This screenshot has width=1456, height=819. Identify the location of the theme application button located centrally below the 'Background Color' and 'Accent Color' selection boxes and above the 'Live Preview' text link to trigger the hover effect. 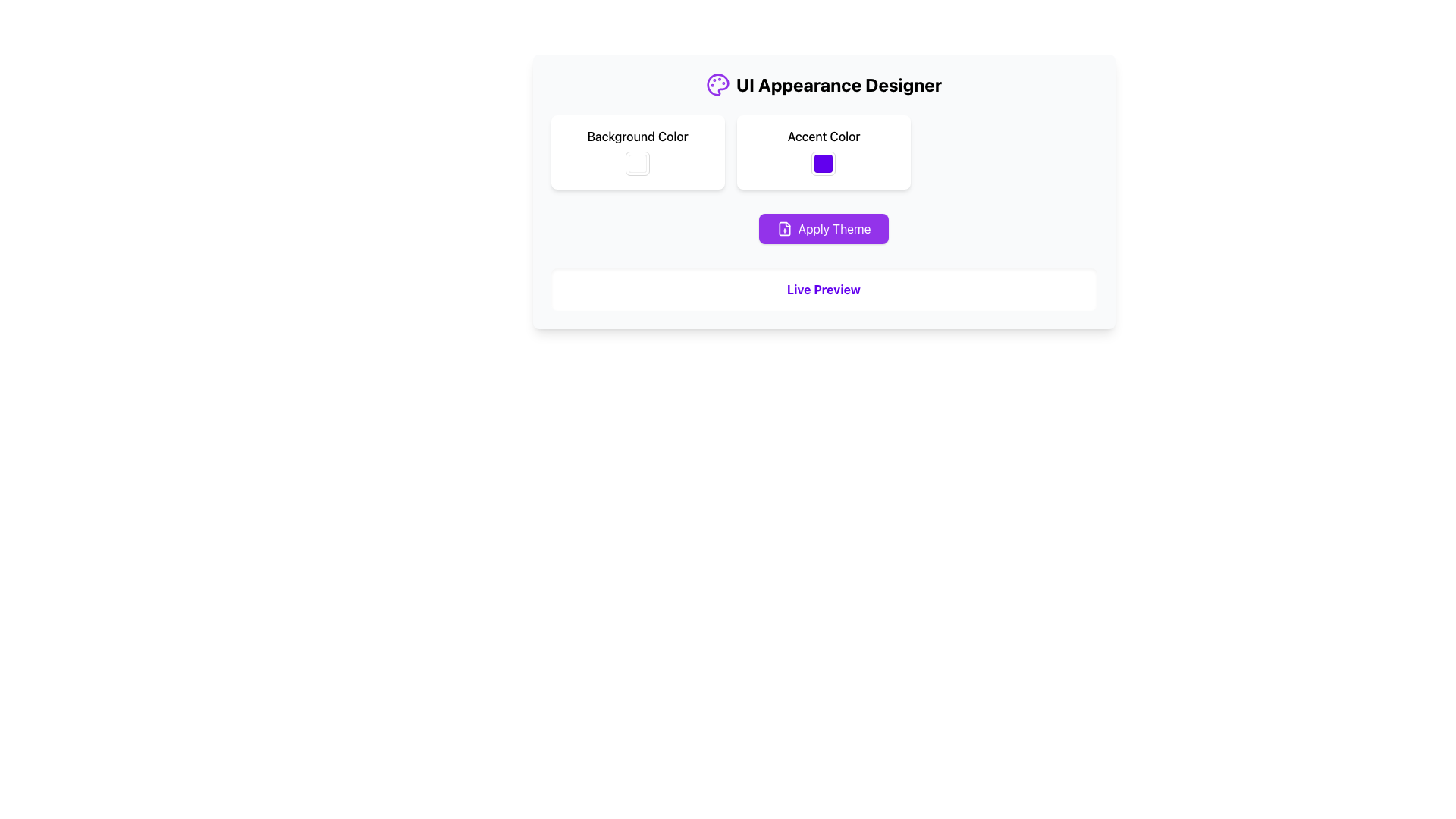
(823, 228).